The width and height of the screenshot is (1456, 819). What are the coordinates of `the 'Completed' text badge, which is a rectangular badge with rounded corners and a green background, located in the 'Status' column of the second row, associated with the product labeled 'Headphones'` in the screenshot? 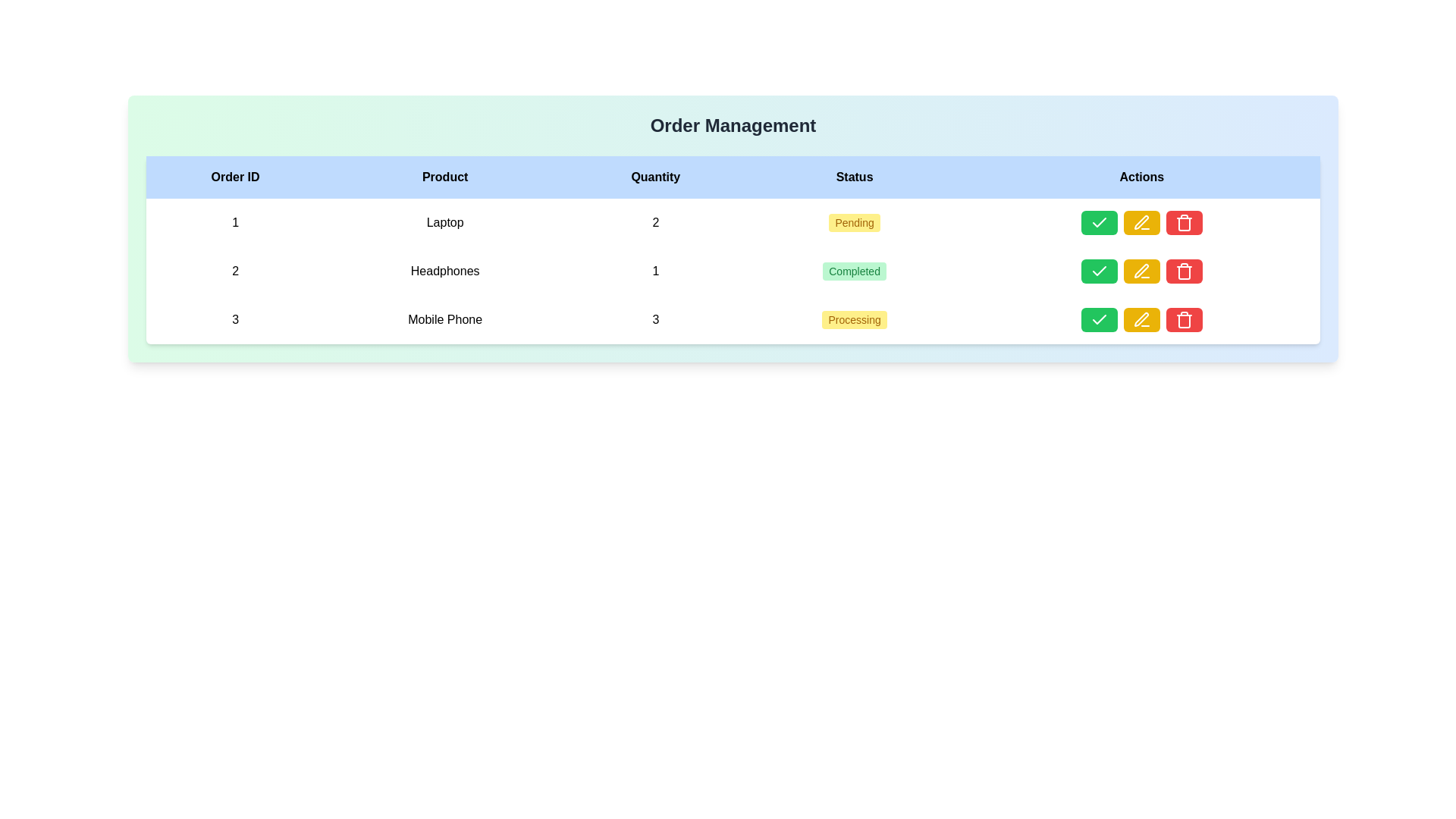 It's located at (855, 271).